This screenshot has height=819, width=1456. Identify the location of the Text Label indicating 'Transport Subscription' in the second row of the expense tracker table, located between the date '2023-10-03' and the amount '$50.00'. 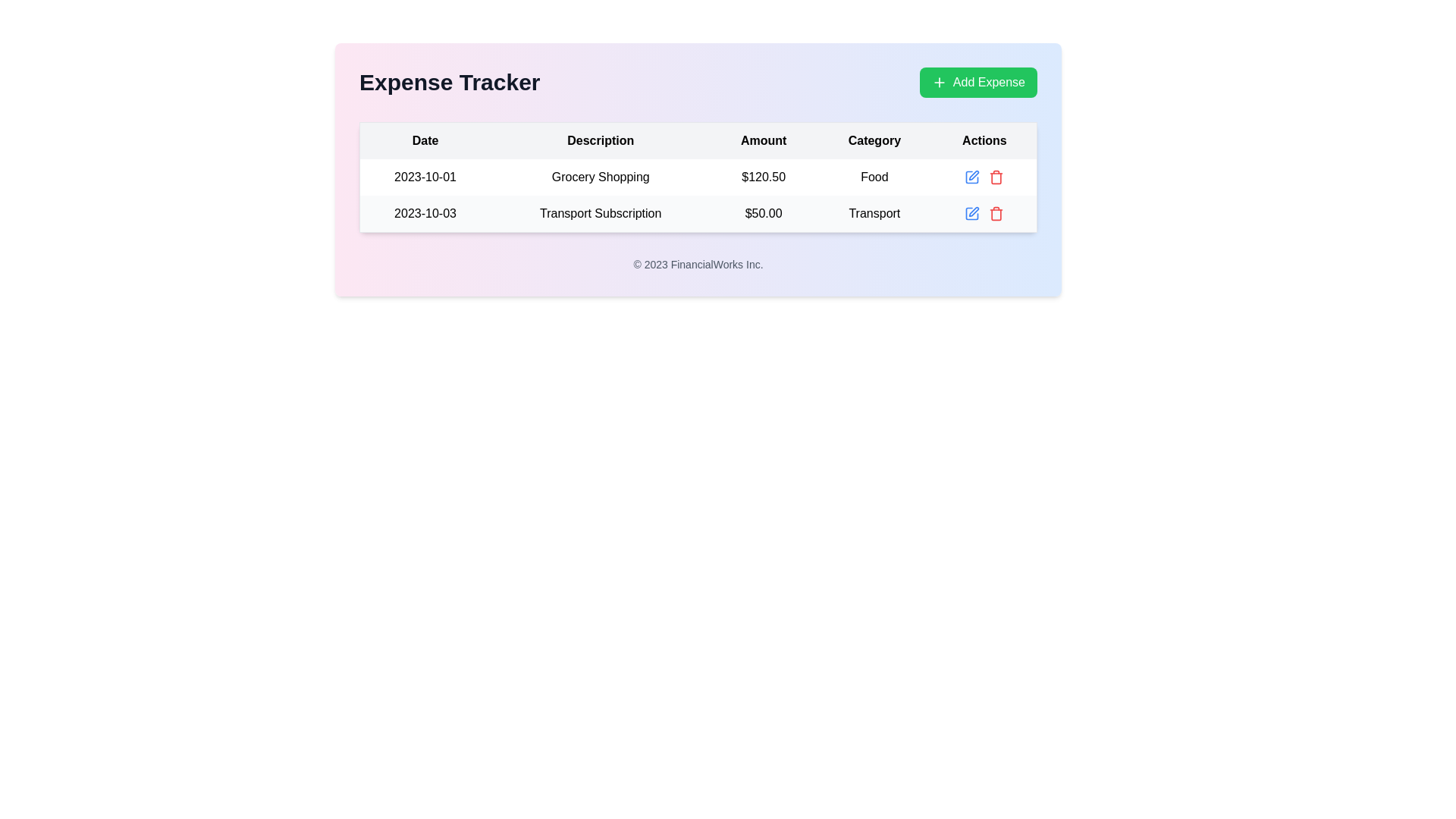
(600, 214).